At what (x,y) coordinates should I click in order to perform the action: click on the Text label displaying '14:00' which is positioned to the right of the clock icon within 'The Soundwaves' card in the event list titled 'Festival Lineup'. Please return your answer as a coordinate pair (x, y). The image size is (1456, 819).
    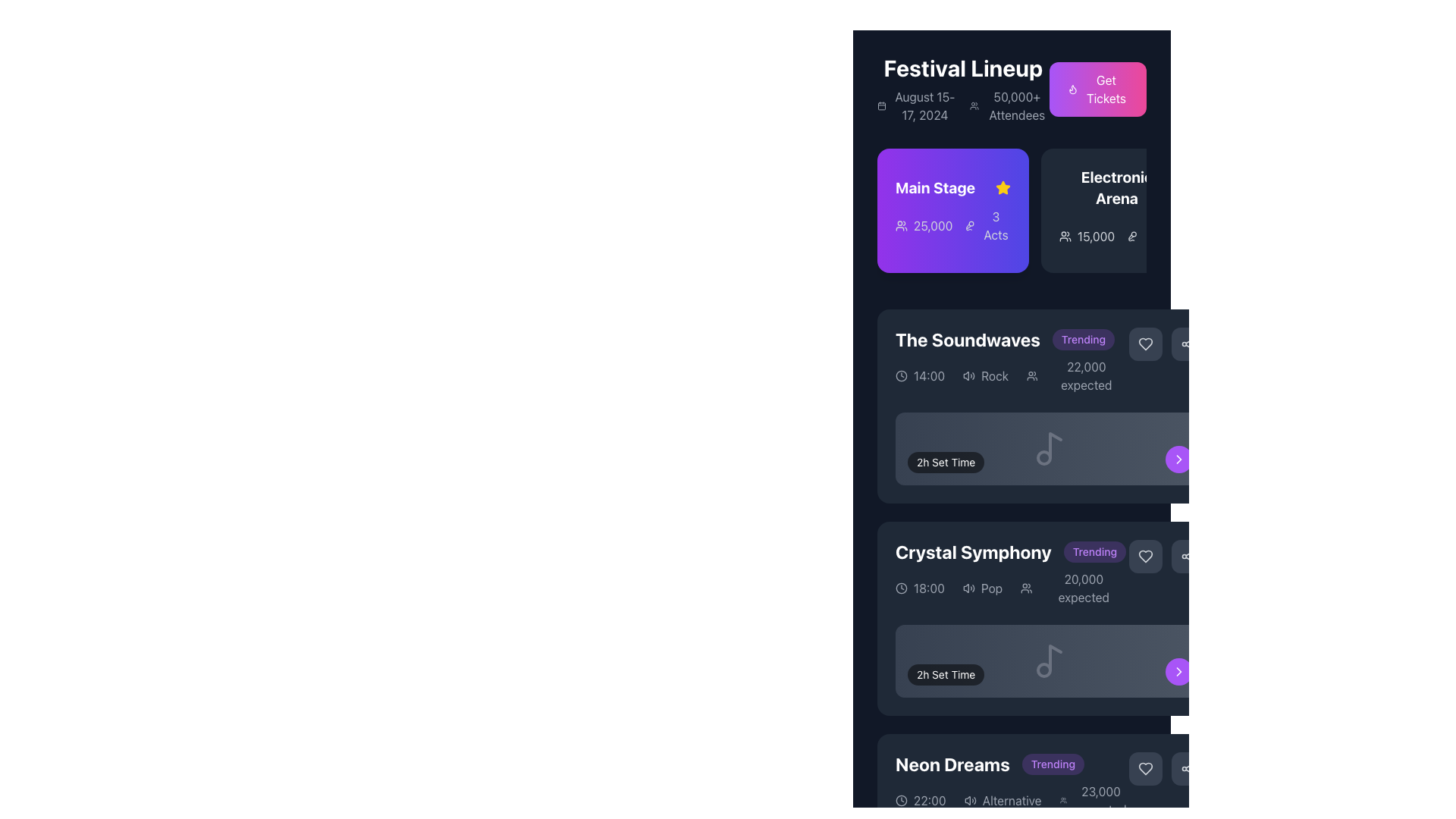
    Looking at the image, I should click on (928, 375).